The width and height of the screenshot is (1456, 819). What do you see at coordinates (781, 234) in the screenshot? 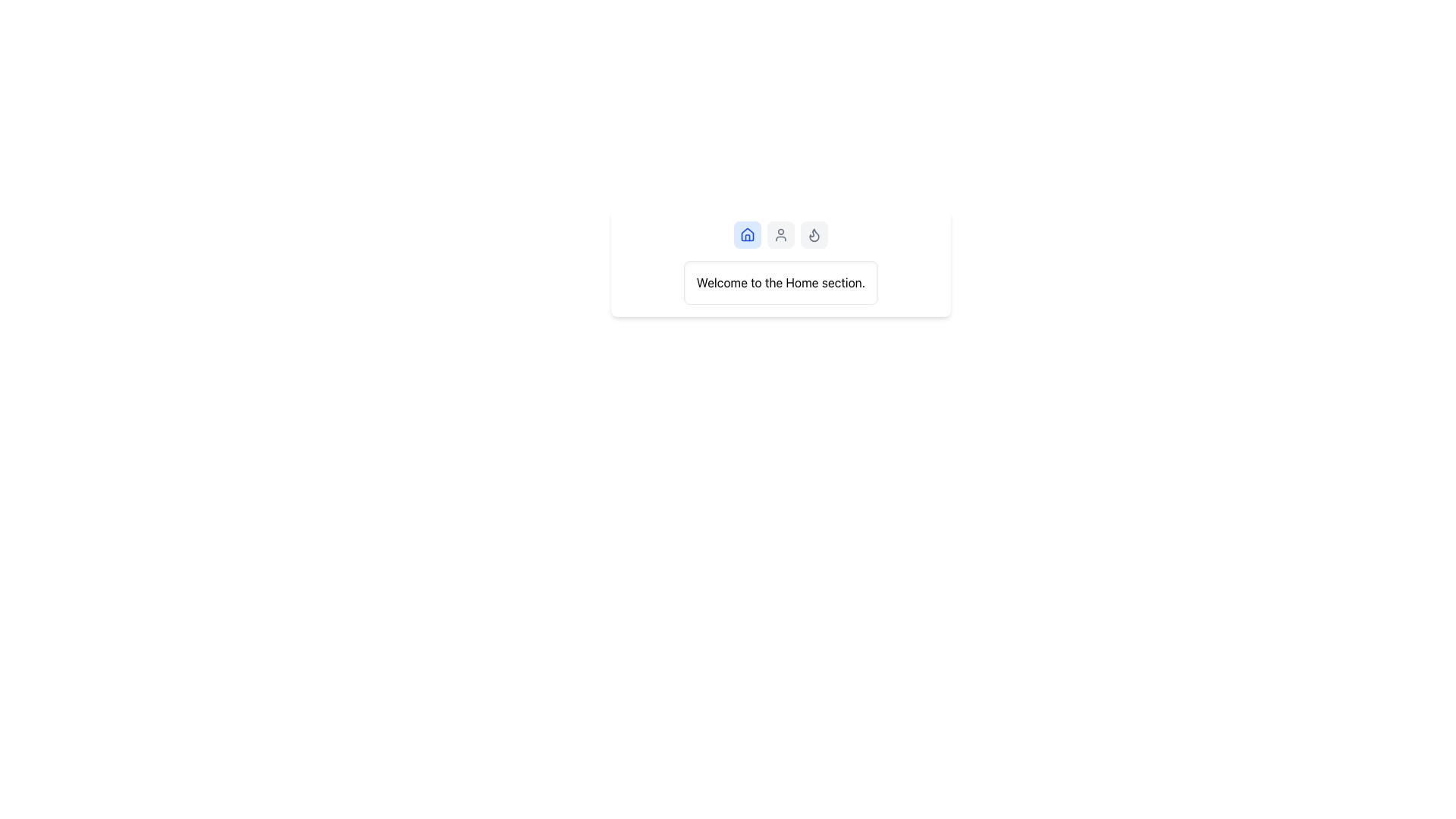
I see `the profile user icon tab, which is the second tab in a horizontal group of three icons` at bounding box center [781, 234].